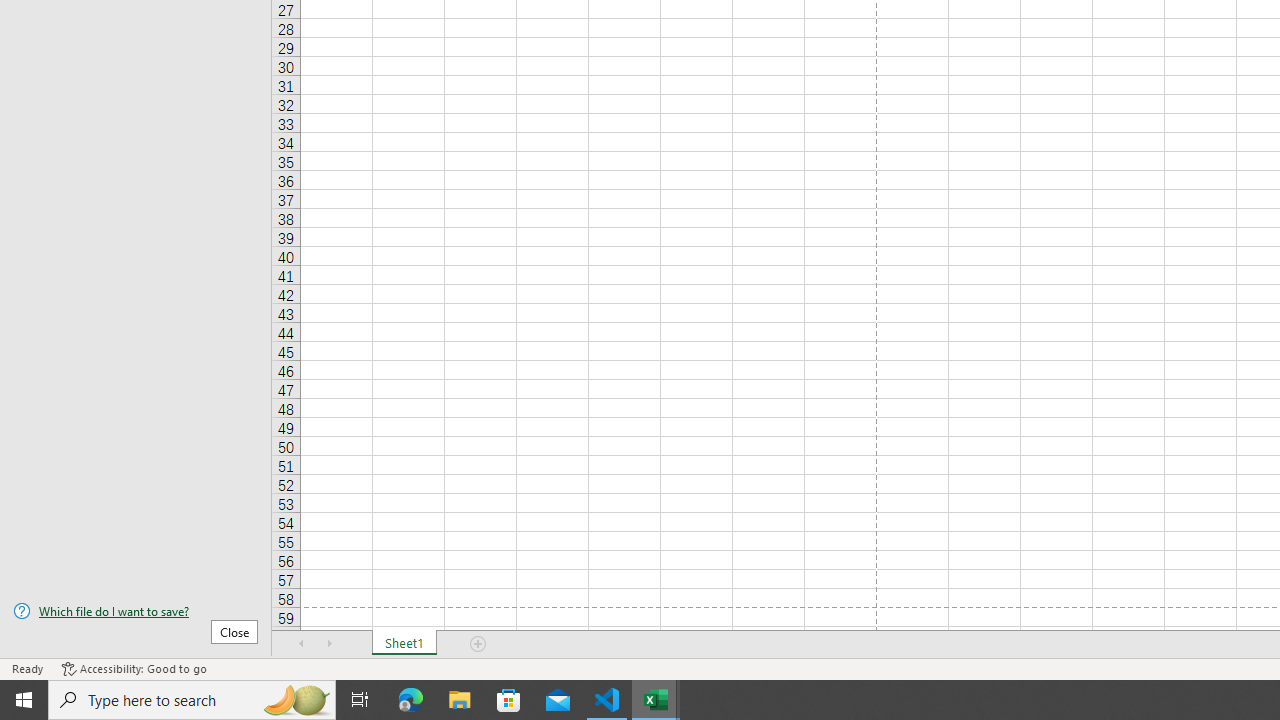 This screenshot has height=720, width=1280. I want to click on 'Microsoft Edge', so click(410, 698).